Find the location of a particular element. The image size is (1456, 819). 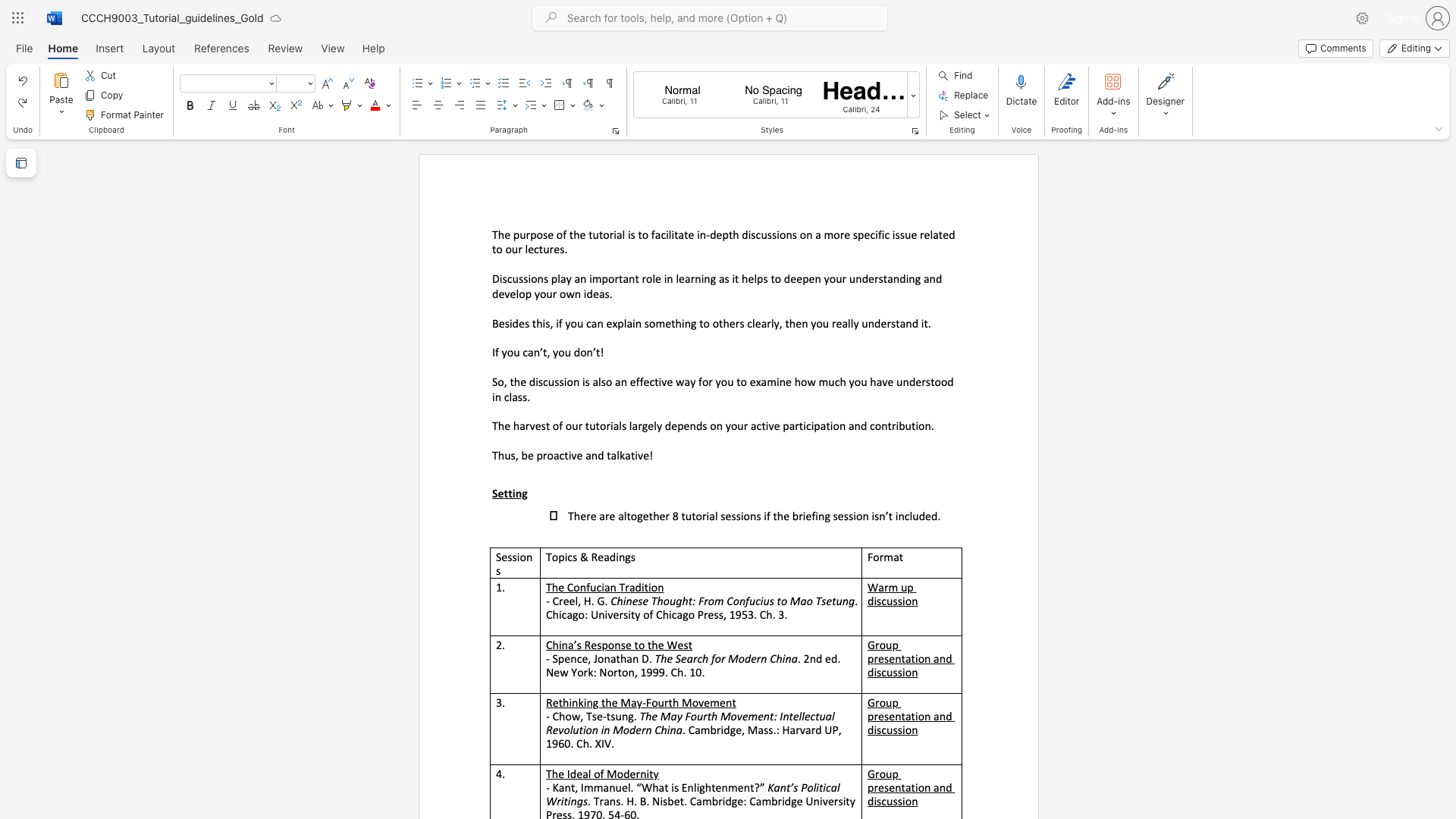

the subset text "t, y" within the text "If you can’t, you don’t!" is located at coordinates (542, 352).